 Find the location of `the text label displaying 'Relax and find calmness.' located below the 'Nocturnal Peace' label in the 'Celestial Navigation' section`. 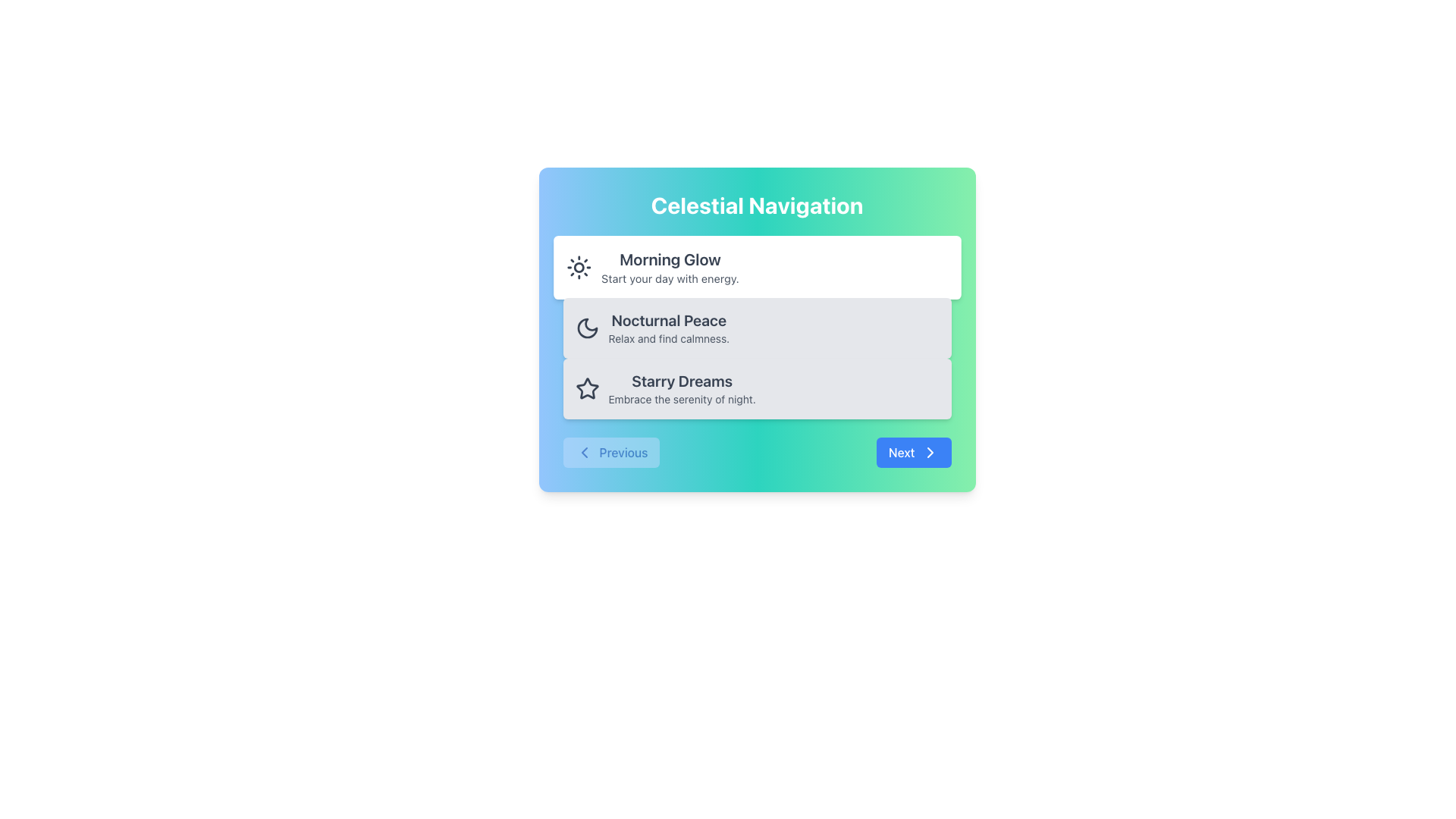

the text label displaying 'Relax and find calmness.' located below the 'Nocturnal Peace' label in the 'Celestial Navigation' section is located at coordinates (668, 338).